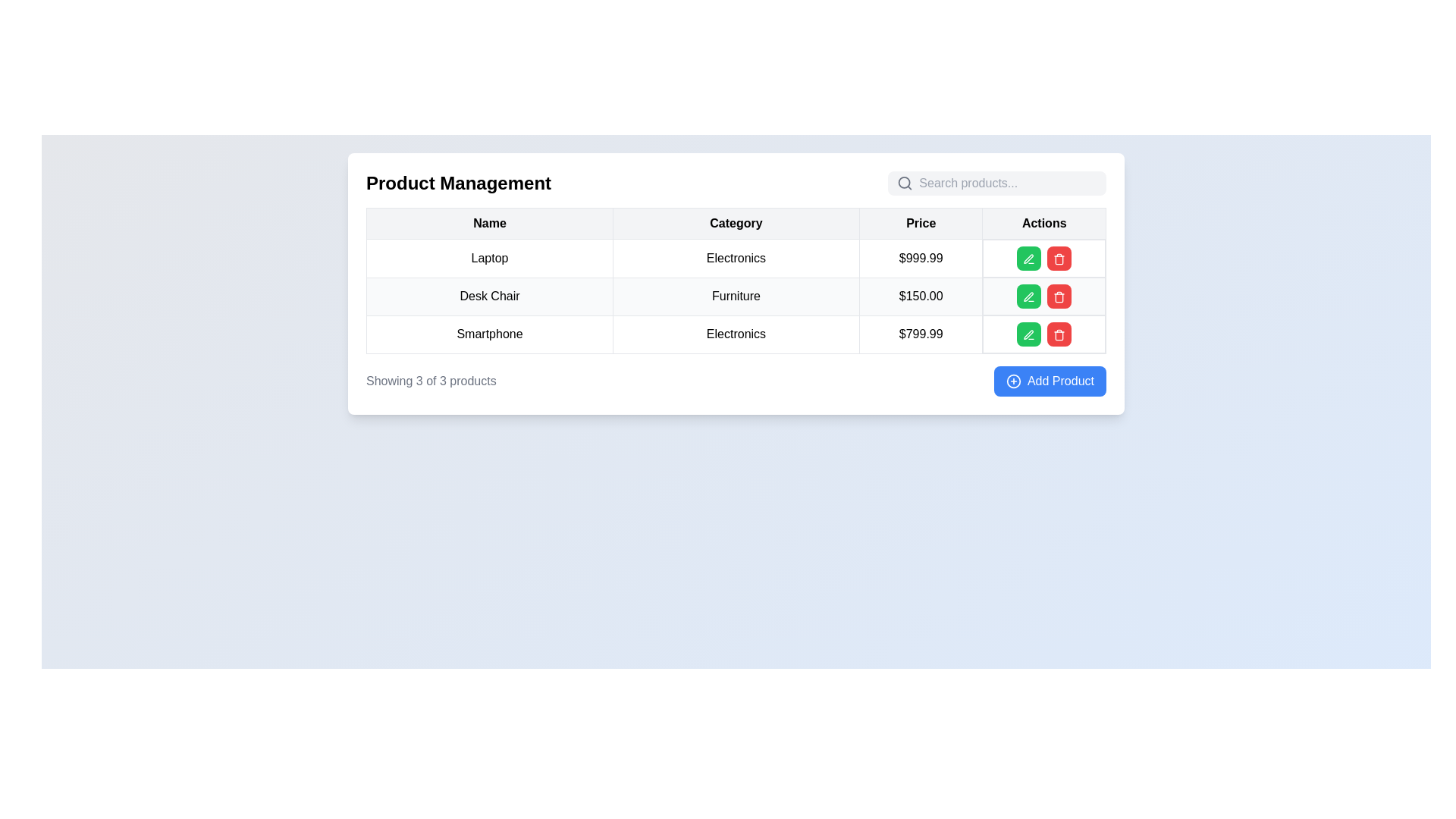 This screenshot has height=819, width=1456. I want to click on the table cell that identifies the product name 'Laptop', located in the first cell under the 'Name' column of the table, so click(490, 257).